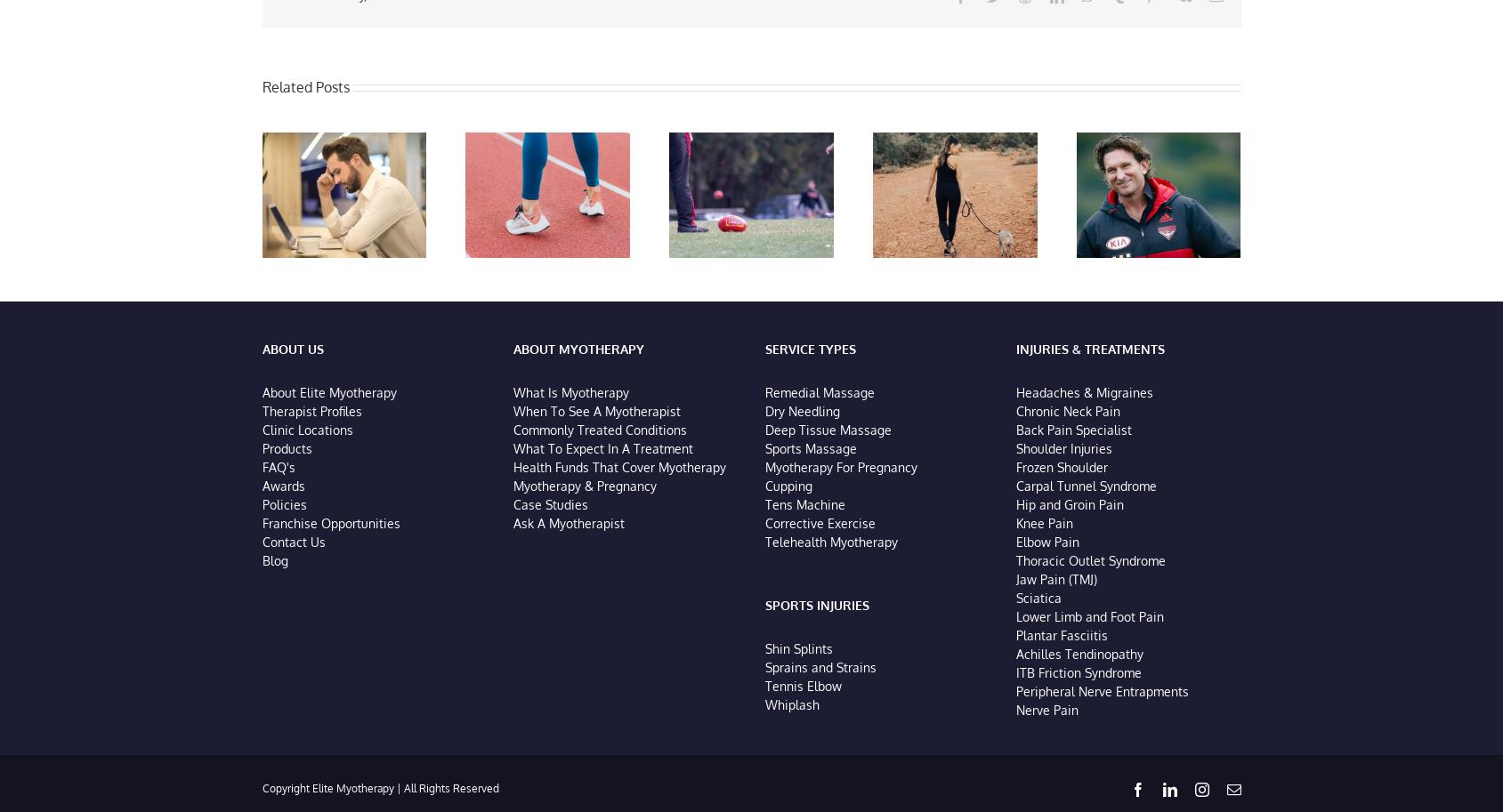 The image size is (1503, 812). I want to click on 'FAQ's', so click(278, 470).